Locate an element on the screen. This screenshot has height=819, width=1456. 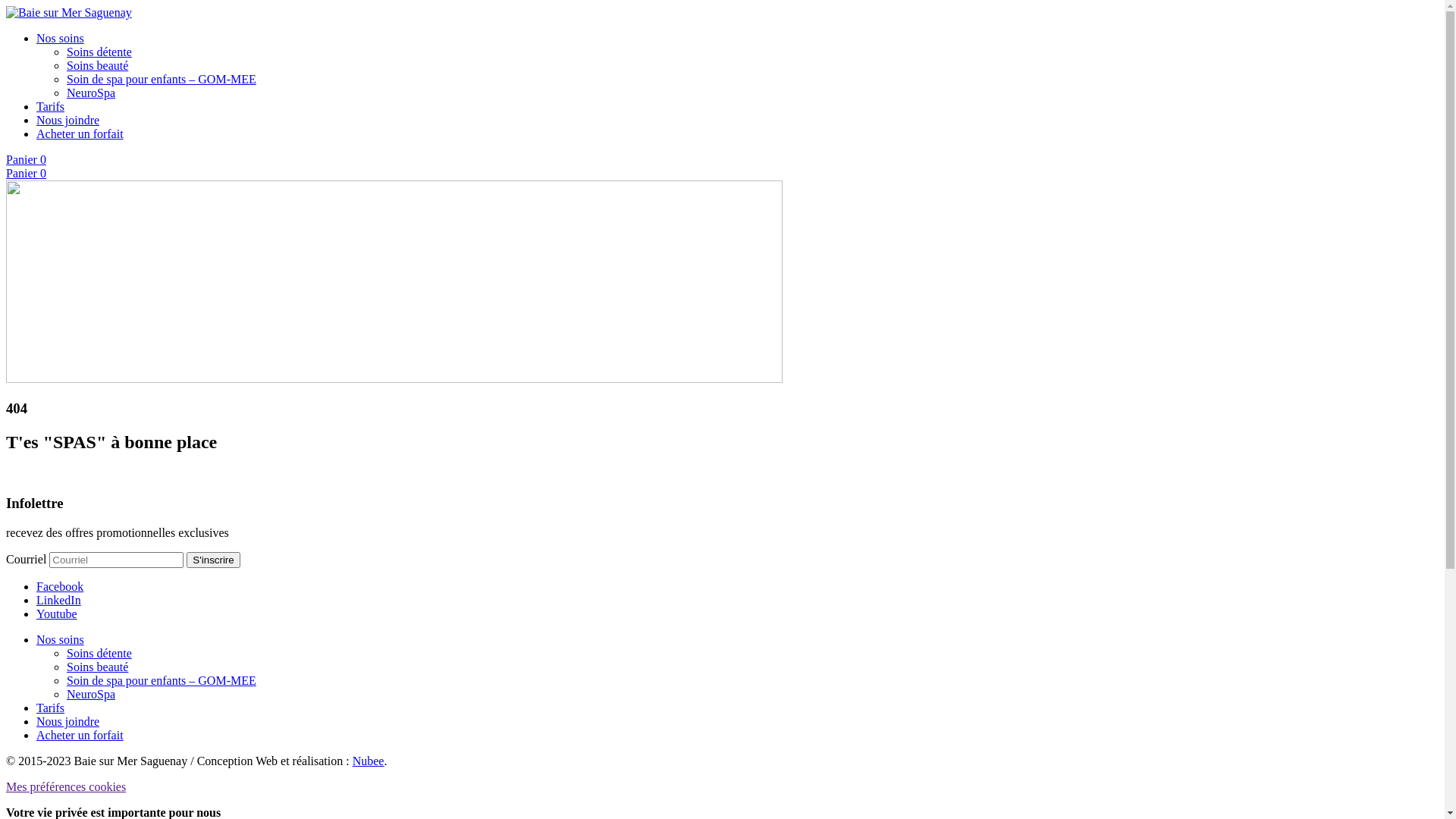
'Acheter un forfait' is located at coordinates (79, 734).